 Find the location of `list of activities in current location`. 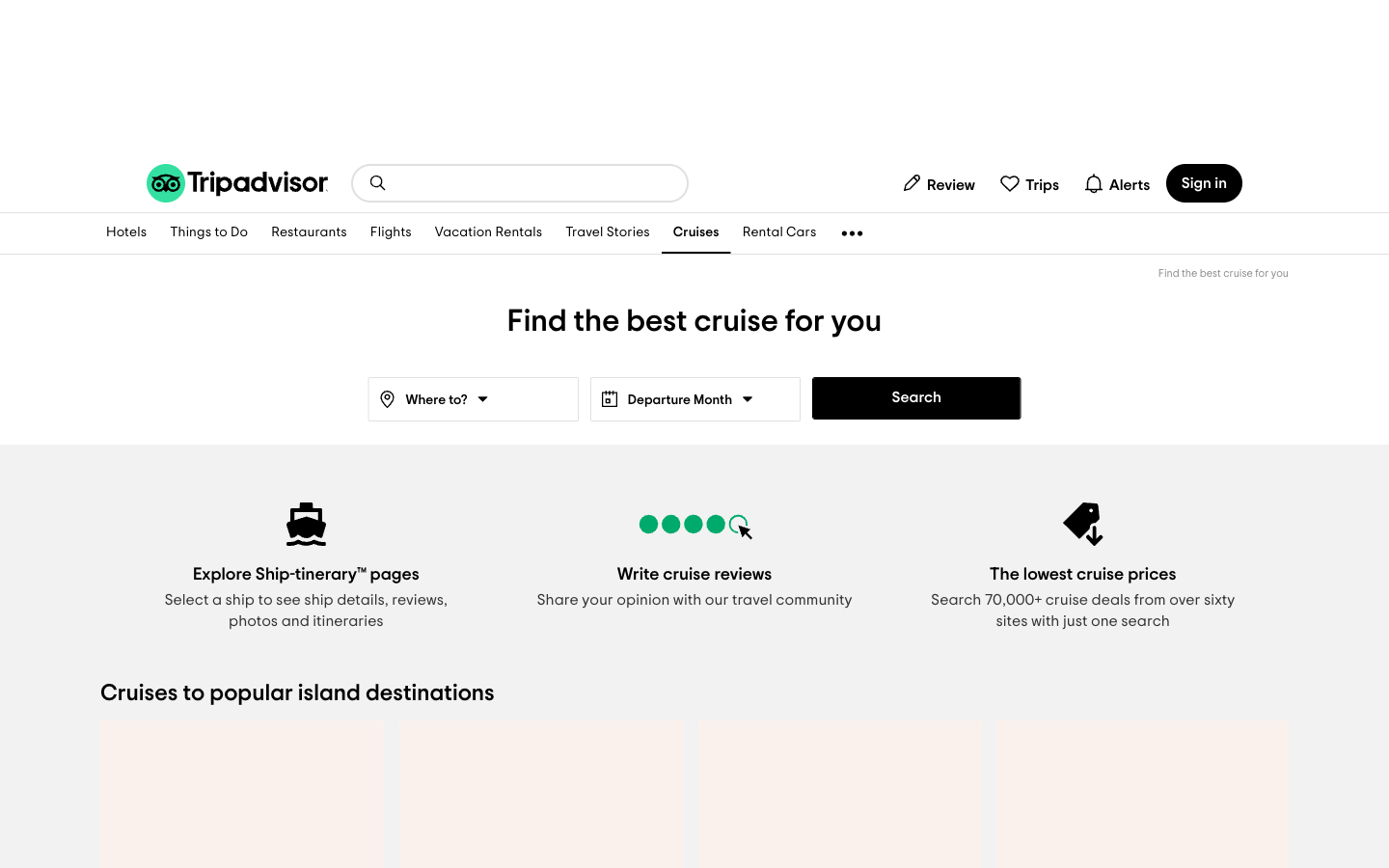

list of activities in current location is located at coordinates (208, 232).